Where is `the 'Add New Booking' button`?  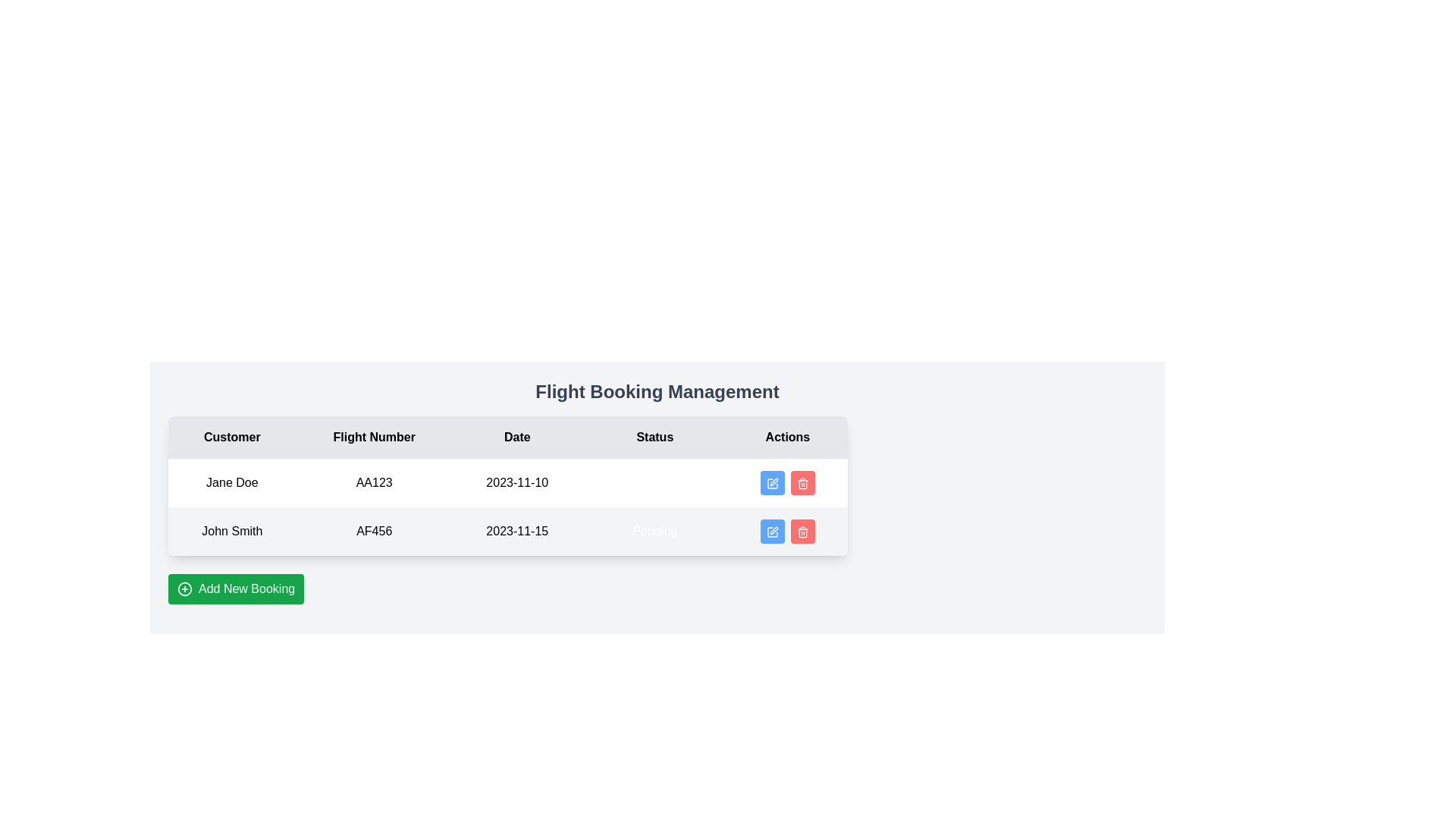 the 'Add New Booking' button is located at coordinates (235, 588).